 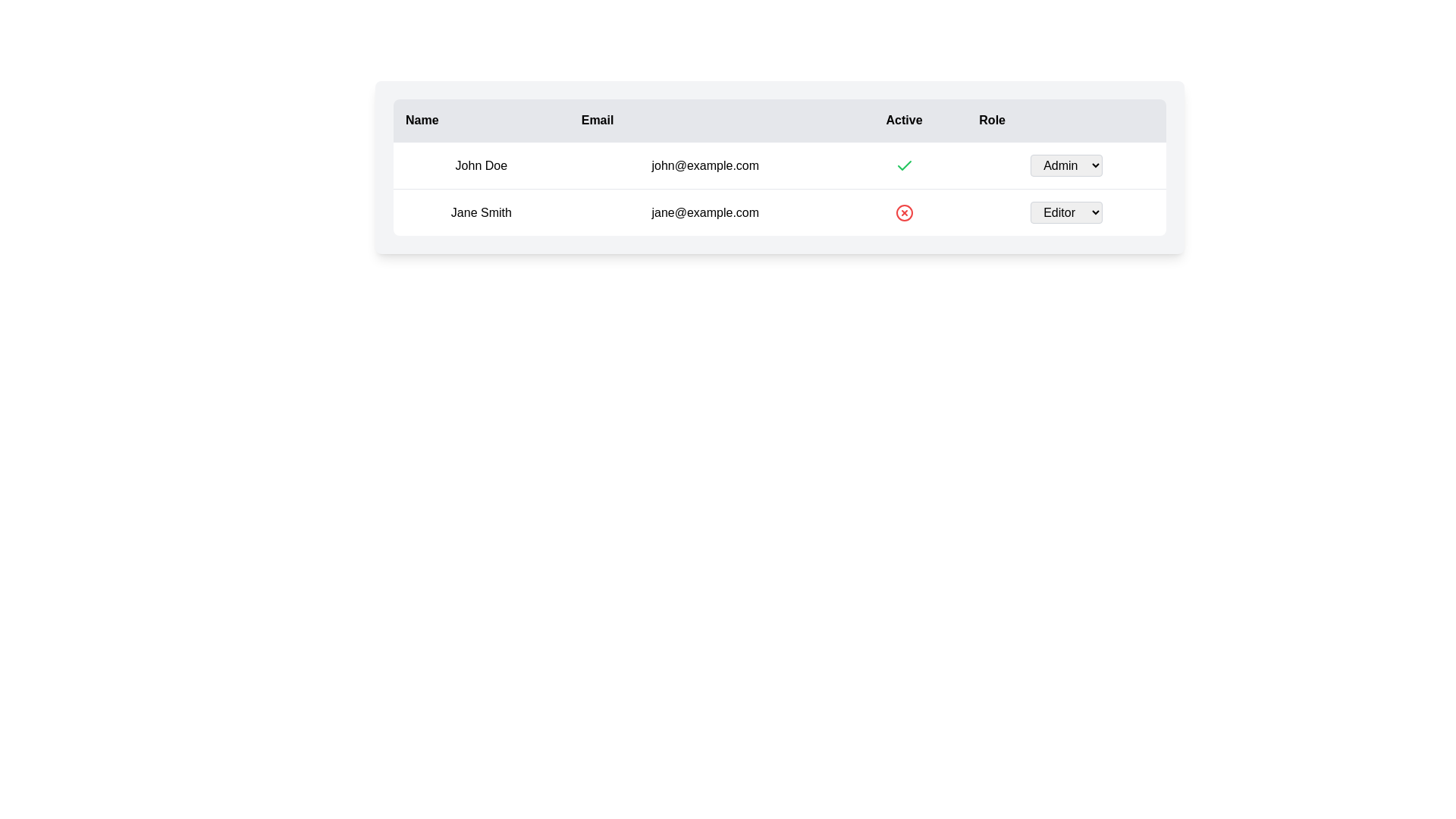 I want to click on the active status icon for user John Doe, which has a visual check mark indicating the active state, so click(x=904, y=165).